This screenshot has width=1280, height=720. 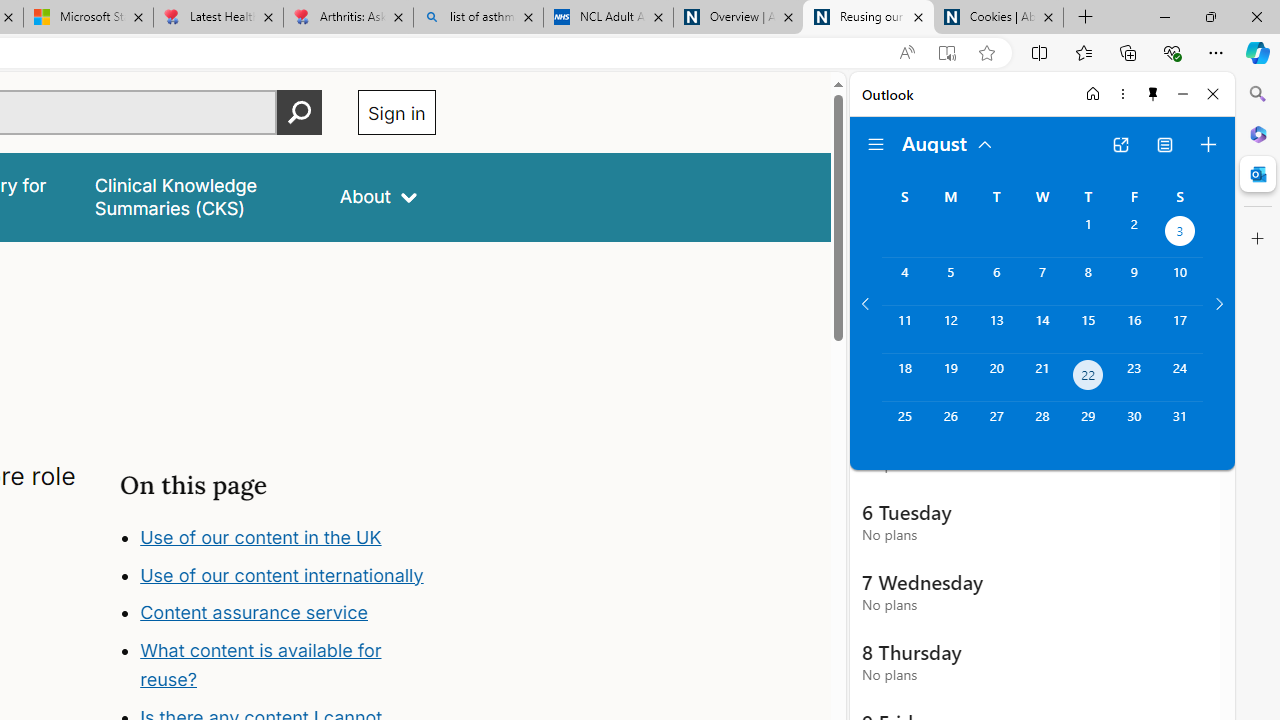 I want to click on 'Saturday, August 3, 2024. Date selected. ', so click(x=1180, y=232).